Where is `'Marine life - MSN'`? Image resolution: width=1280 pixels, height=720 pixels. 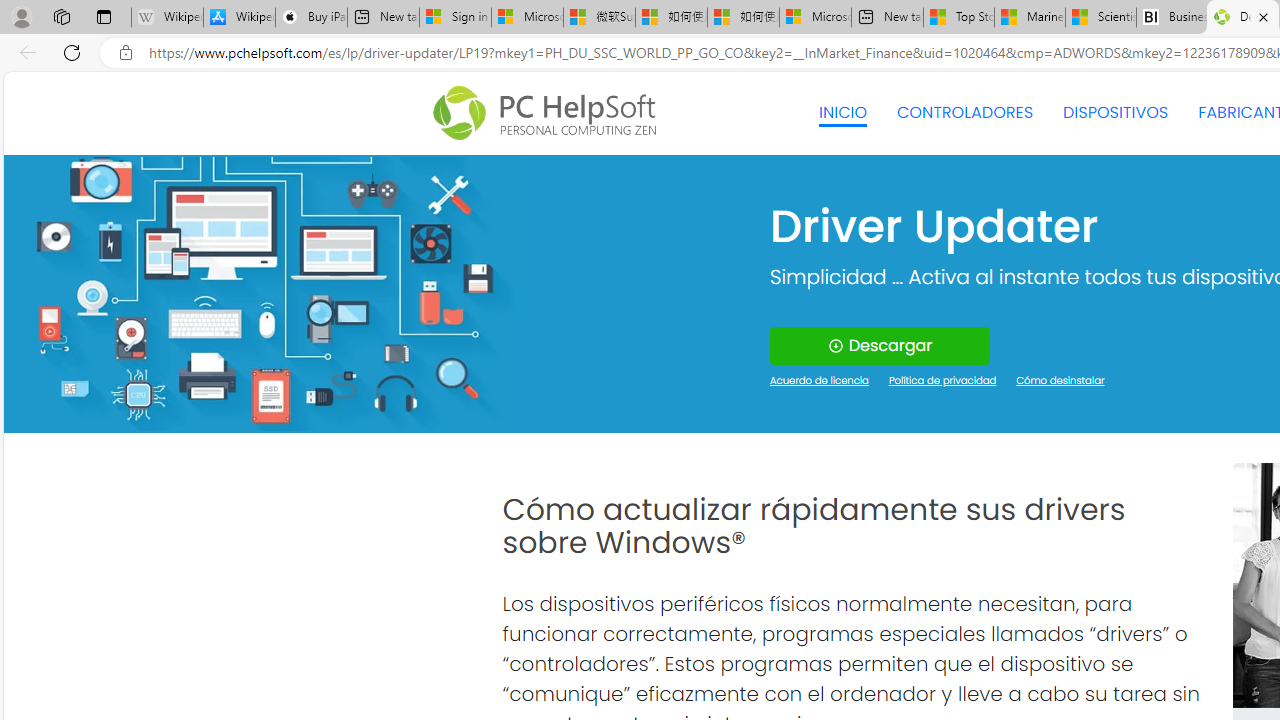
'Marine life - MSN' is located at coordinates (1029, 17).